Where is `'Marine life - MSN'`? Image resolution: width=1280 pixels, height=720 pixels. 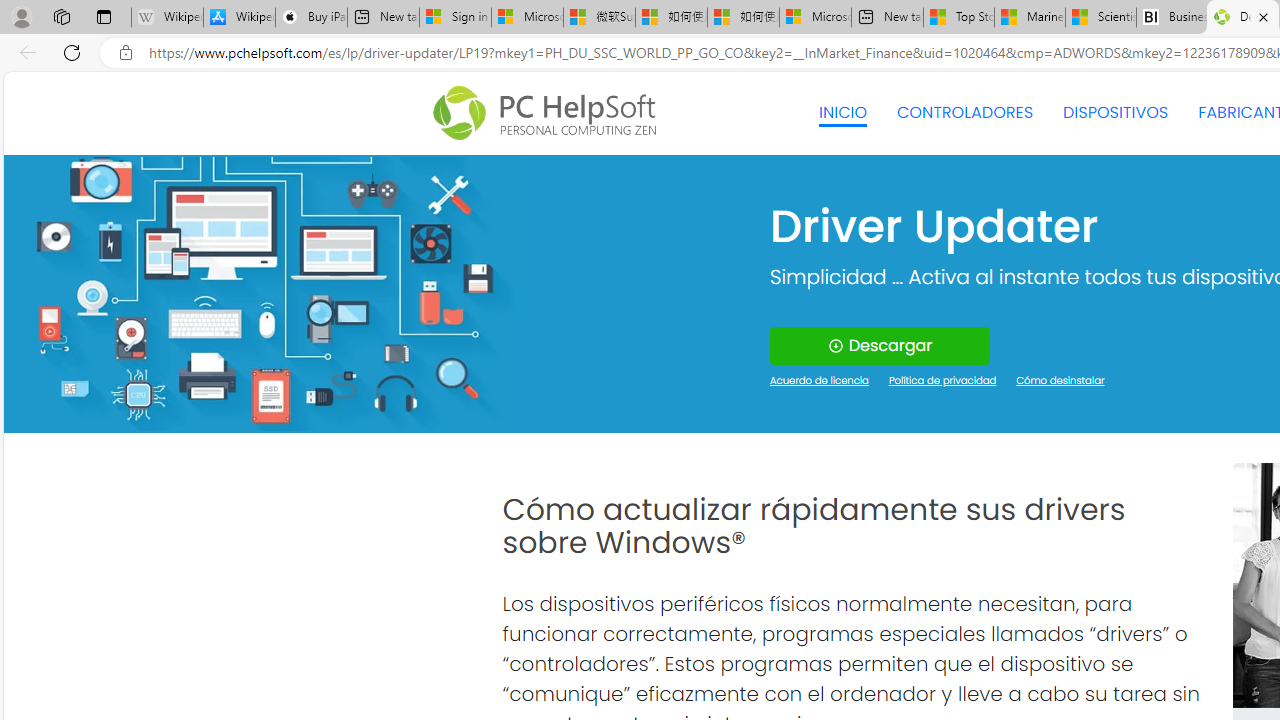
'Marine life - MSN' is located at coordinates (1029, 17).